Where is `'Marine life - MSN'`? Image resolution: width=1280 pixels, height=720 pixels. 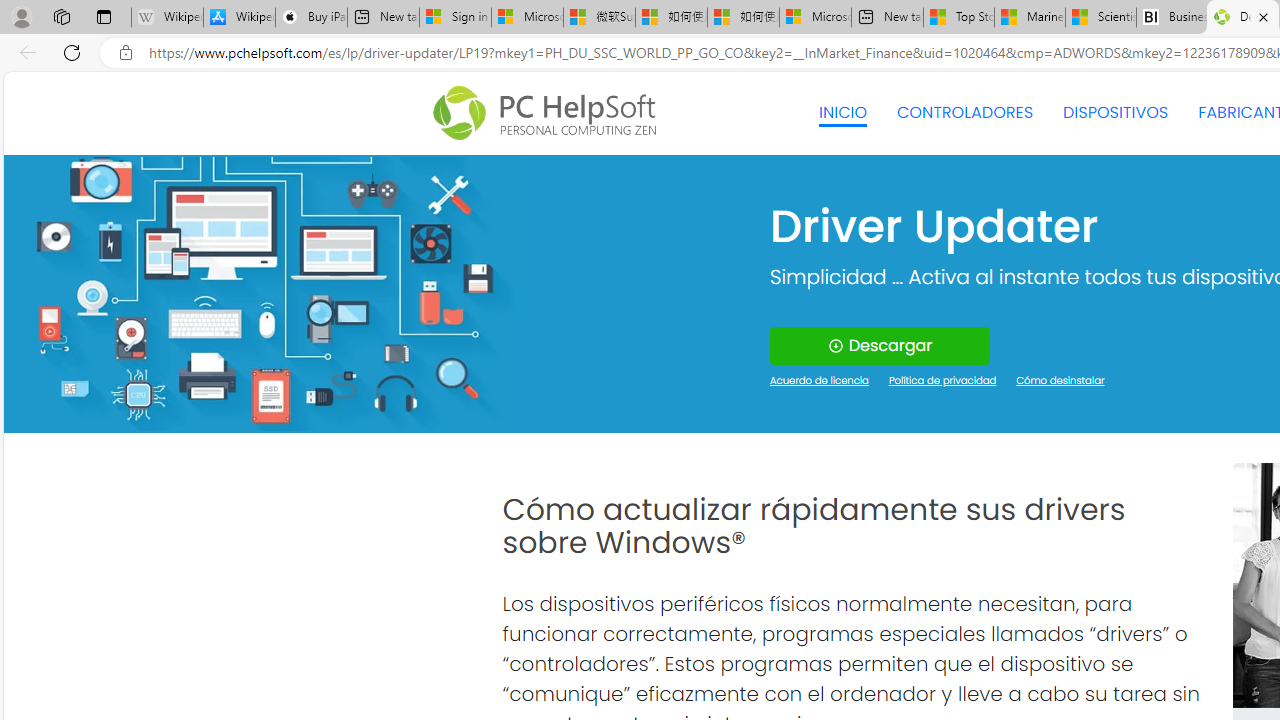
'Marine life - MSN' is located at coordinates (1029, 17).